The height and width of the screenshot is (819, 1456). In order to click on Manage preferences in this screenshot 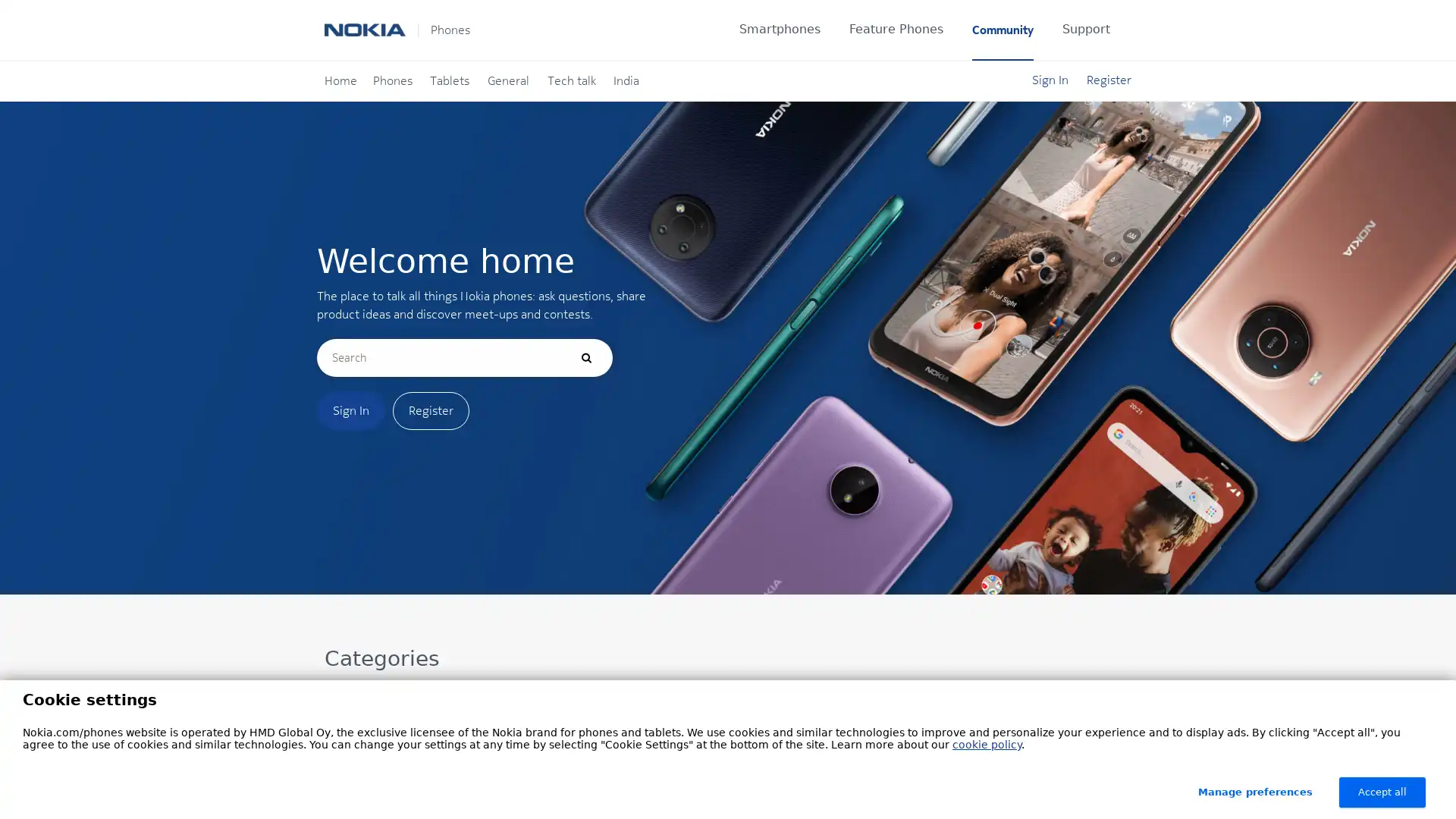, I will do `click(1255, 792)`.